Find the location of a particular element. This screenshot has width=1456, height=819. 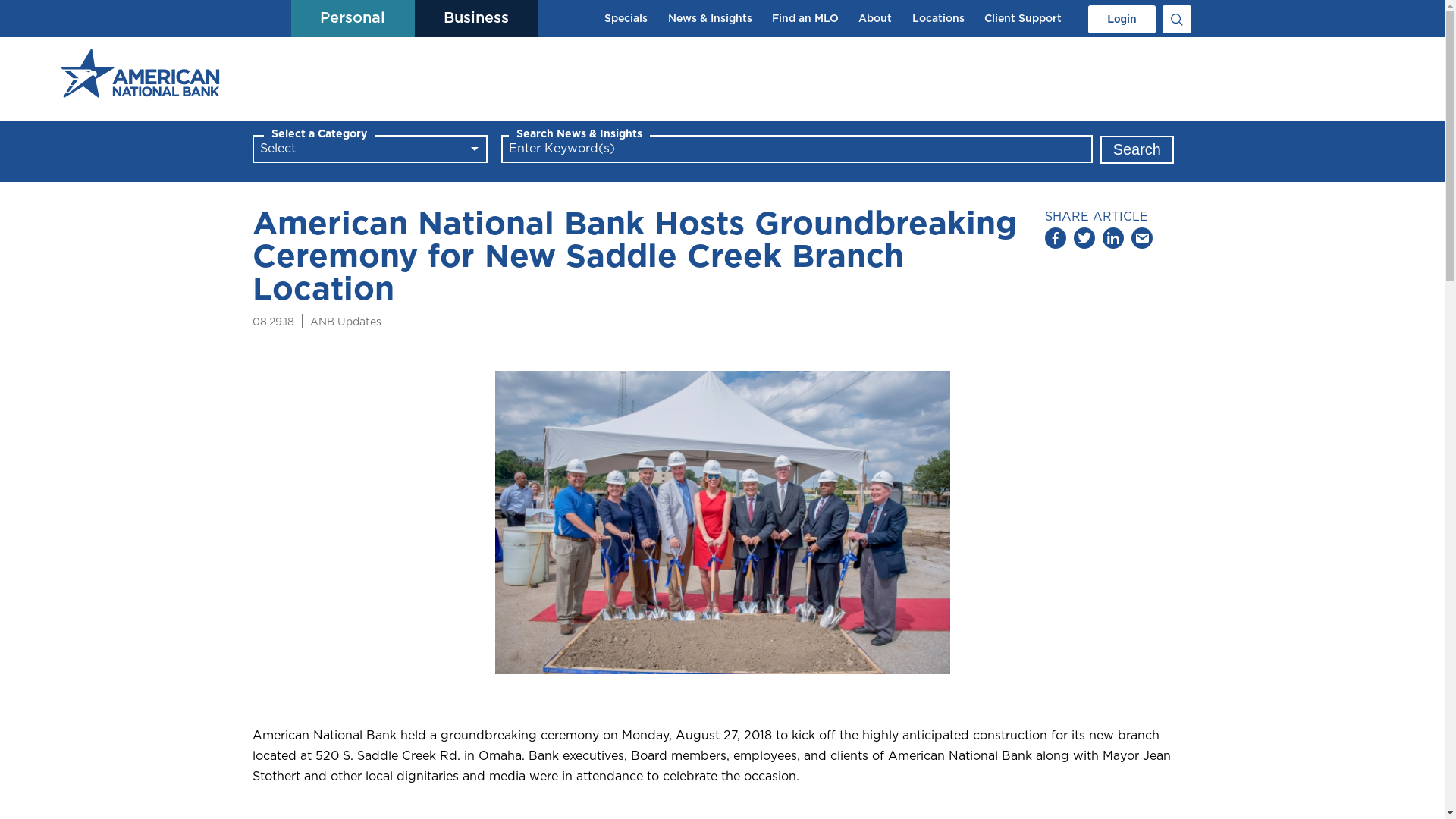

'Search' is located at coordinates (1137, 149).